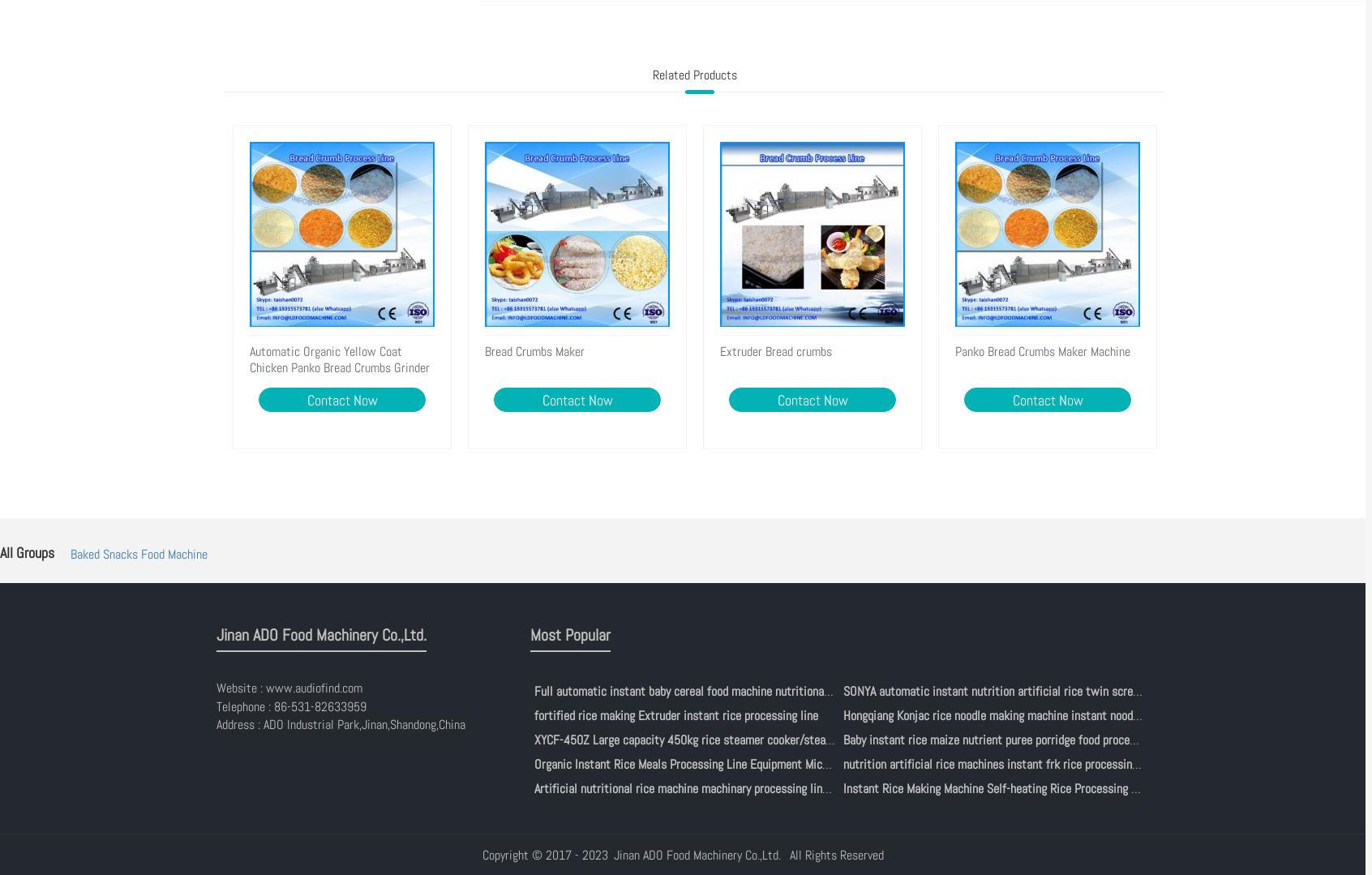  What do you see at coordinates (341, 723) in the screenshot?
I see `'Address : ADO Industrial Park,Jinan,Shandong,China'` at bounding box center [341, 723].